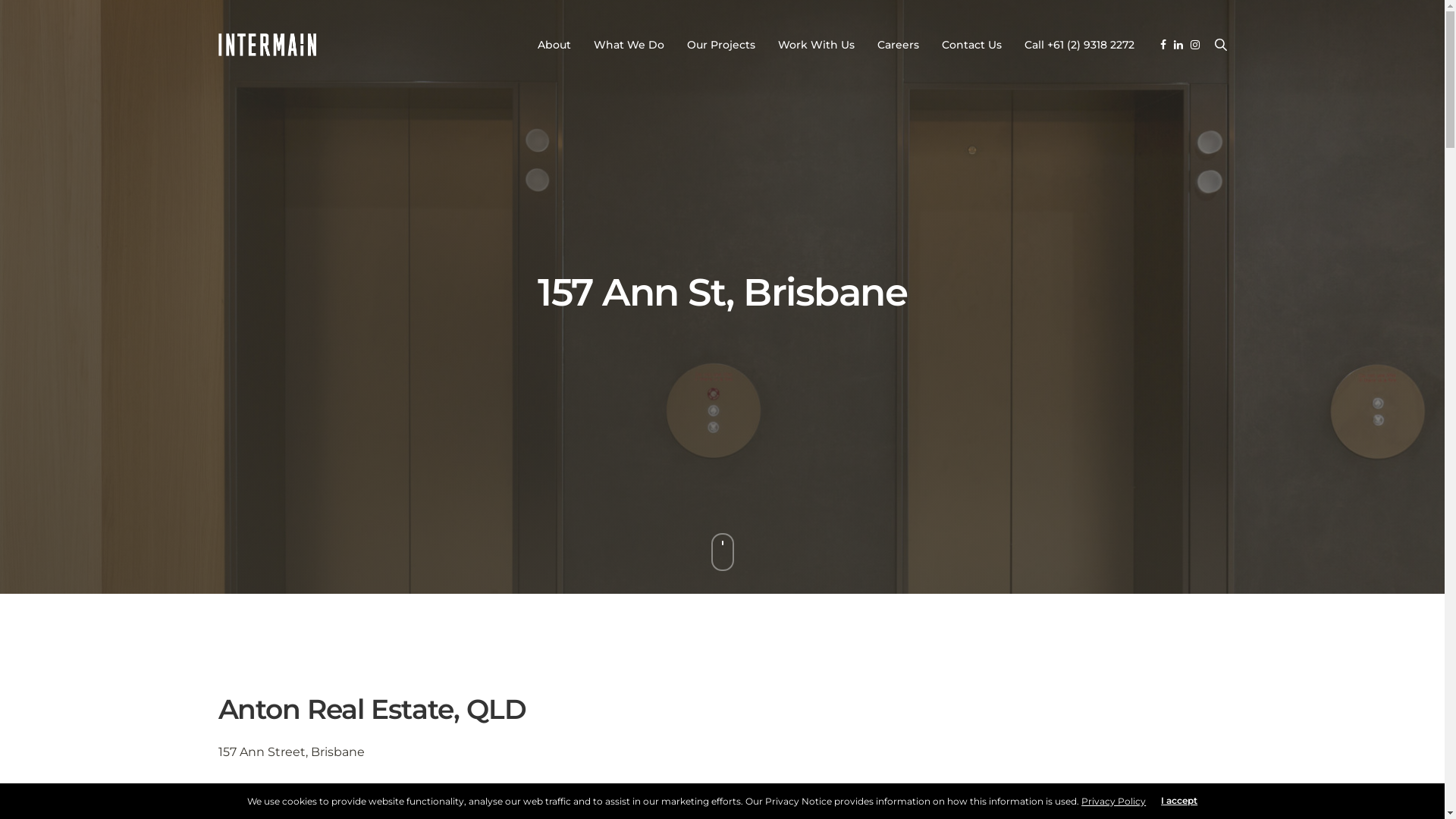 Image resolution: width=1456 pixels, height=819 pixels. I want to click on 'Contact Us', so click(971, 43).